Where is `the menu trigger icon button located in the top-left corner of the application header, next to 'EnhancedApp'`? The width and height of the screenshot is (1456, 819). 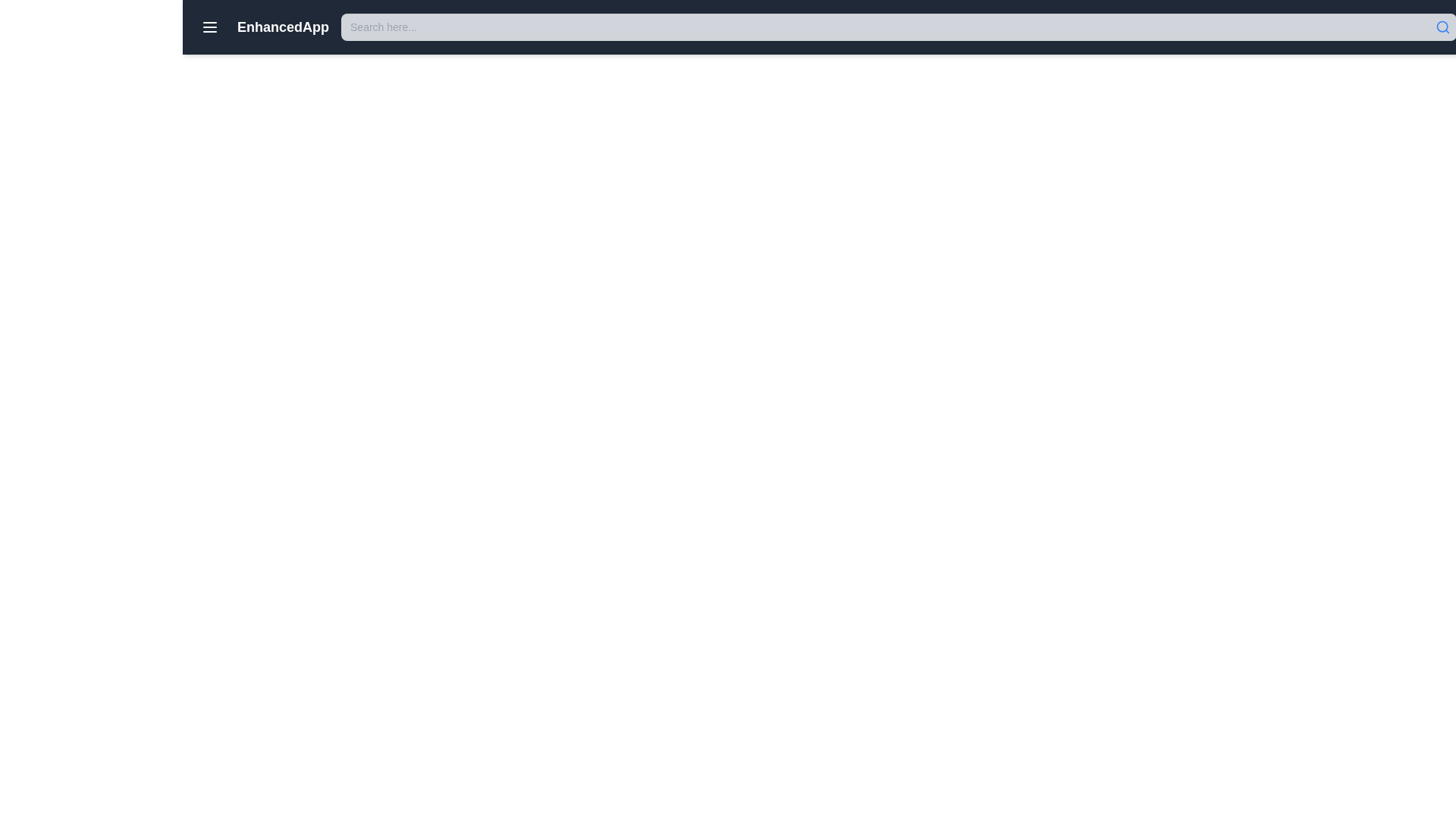 the menu trigger icon button located in the top-left corner of the application header, next to 'EnhancedApp' is located at coordinates (209, 27).